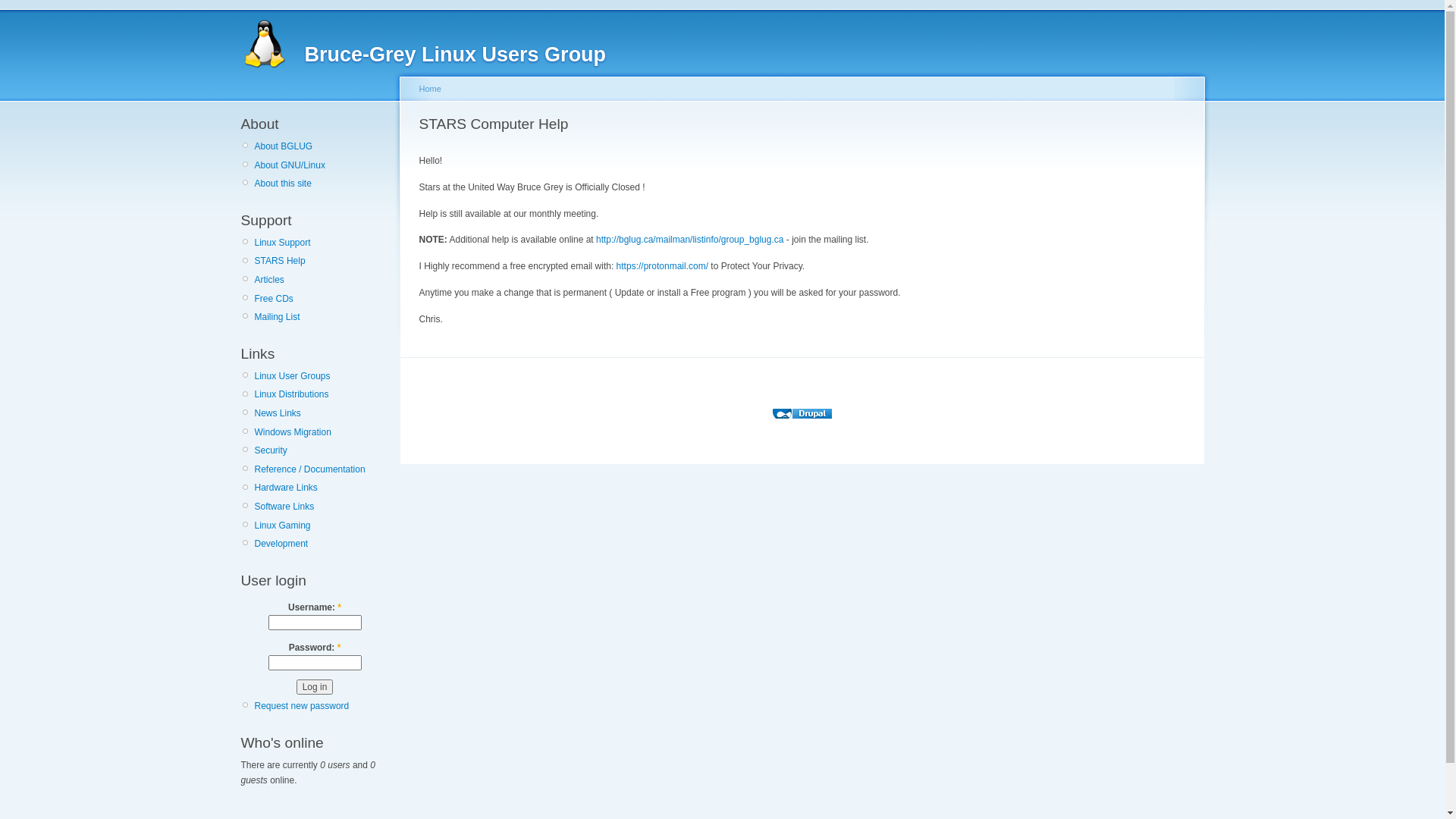  I want to click on 'Articles', so click(321, 280).